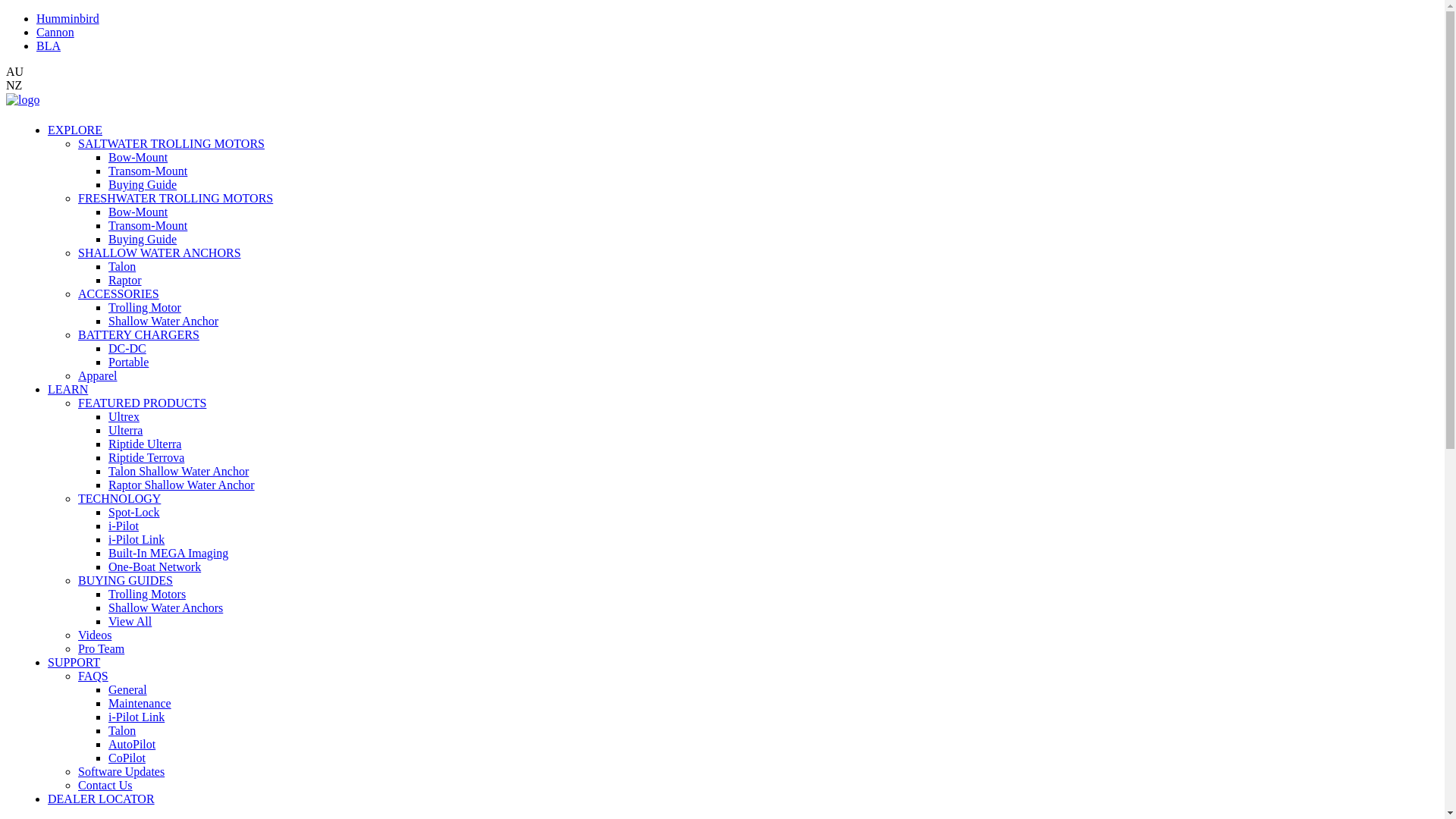 This screenshot has width=1456, height=819. What do you see at coordinates (138, 212) in the screenshot?
I see `'Bow-Mount'` at bounding box center [138, 212].